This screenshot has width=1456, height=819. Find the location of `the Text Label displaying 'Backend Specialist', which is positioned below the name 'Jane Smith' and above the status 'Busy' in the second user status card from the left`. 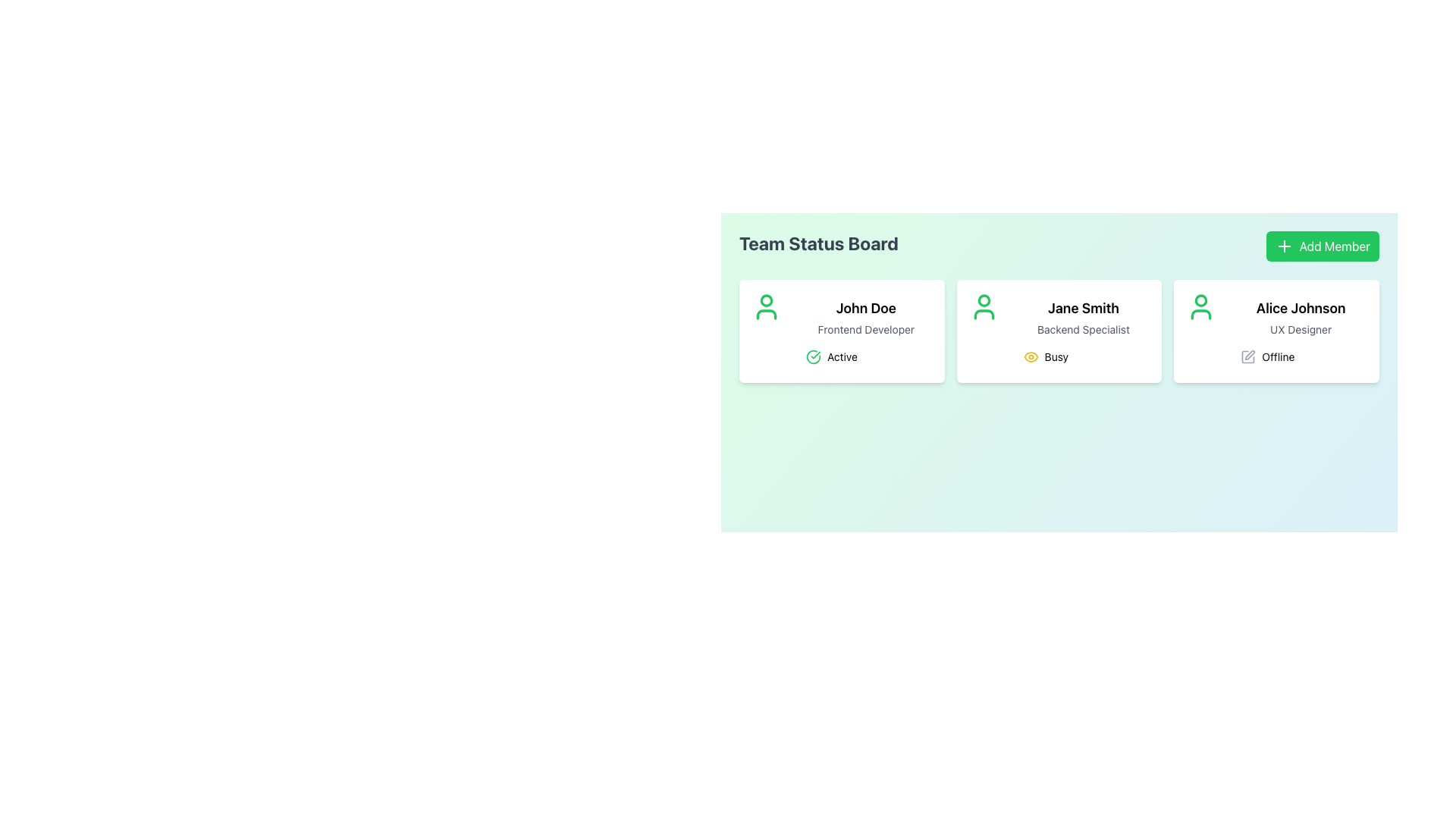

the Text Label displaying 'Backend Specialist', which is positioned below the name 'Jane Smith' and above the status 'Busy' in the second user status card from the left is located at coordinates (1083, 329).